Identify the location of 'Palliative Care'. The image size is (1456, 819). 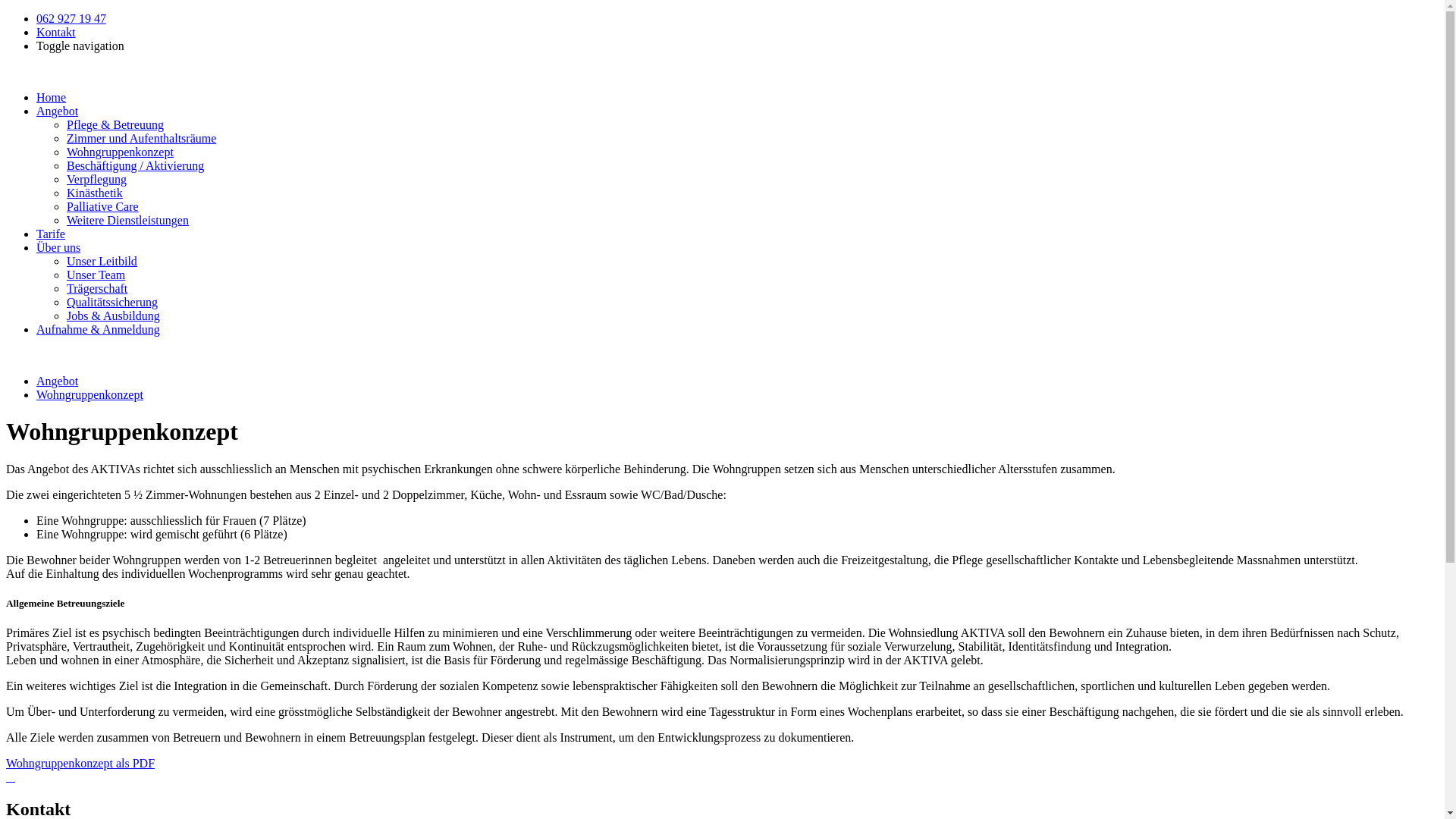
(65, 206).